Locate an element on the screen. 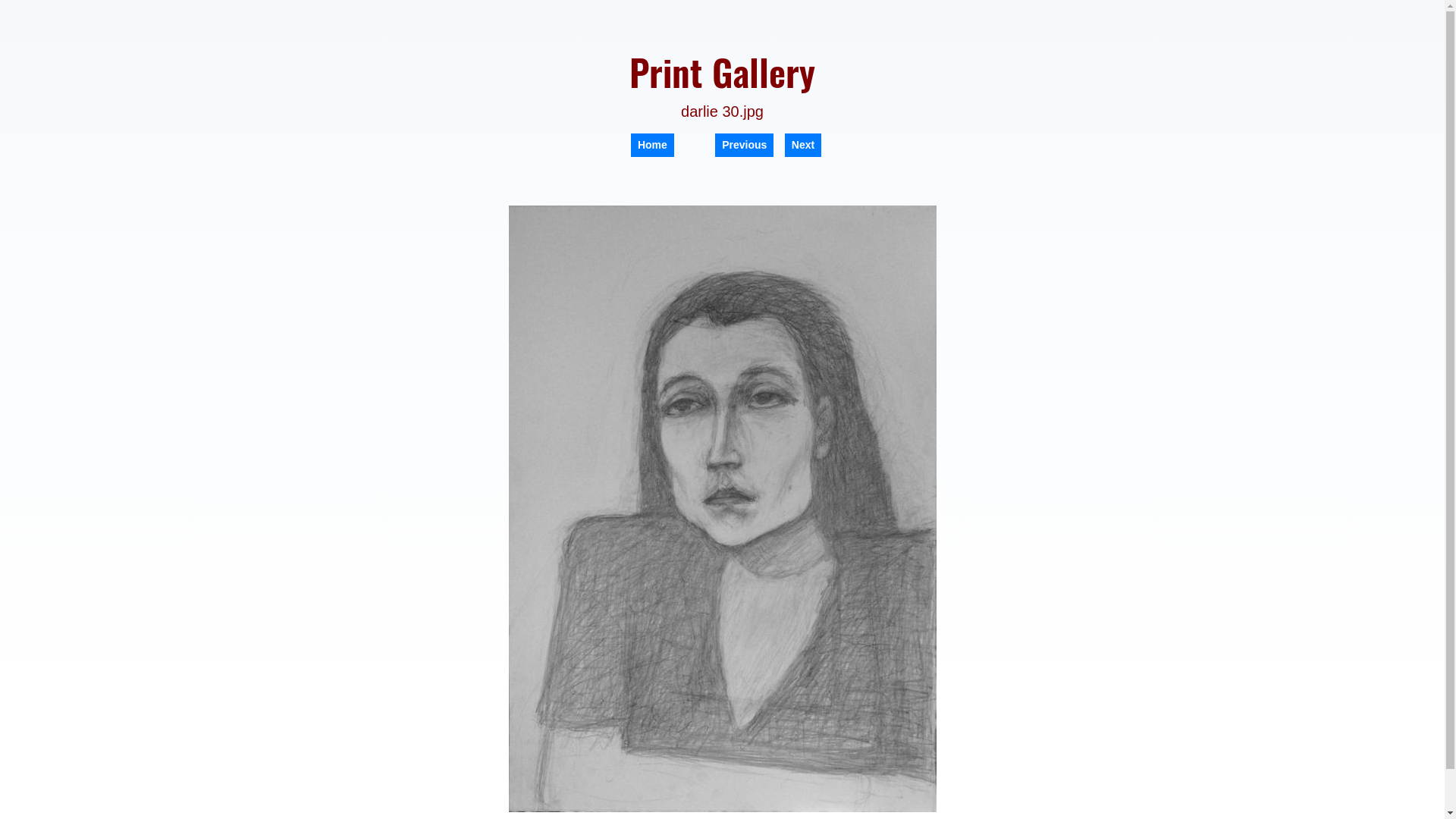 This screenshot has width=1456, height=819. 'Next' is located at coordinates (802, 145).